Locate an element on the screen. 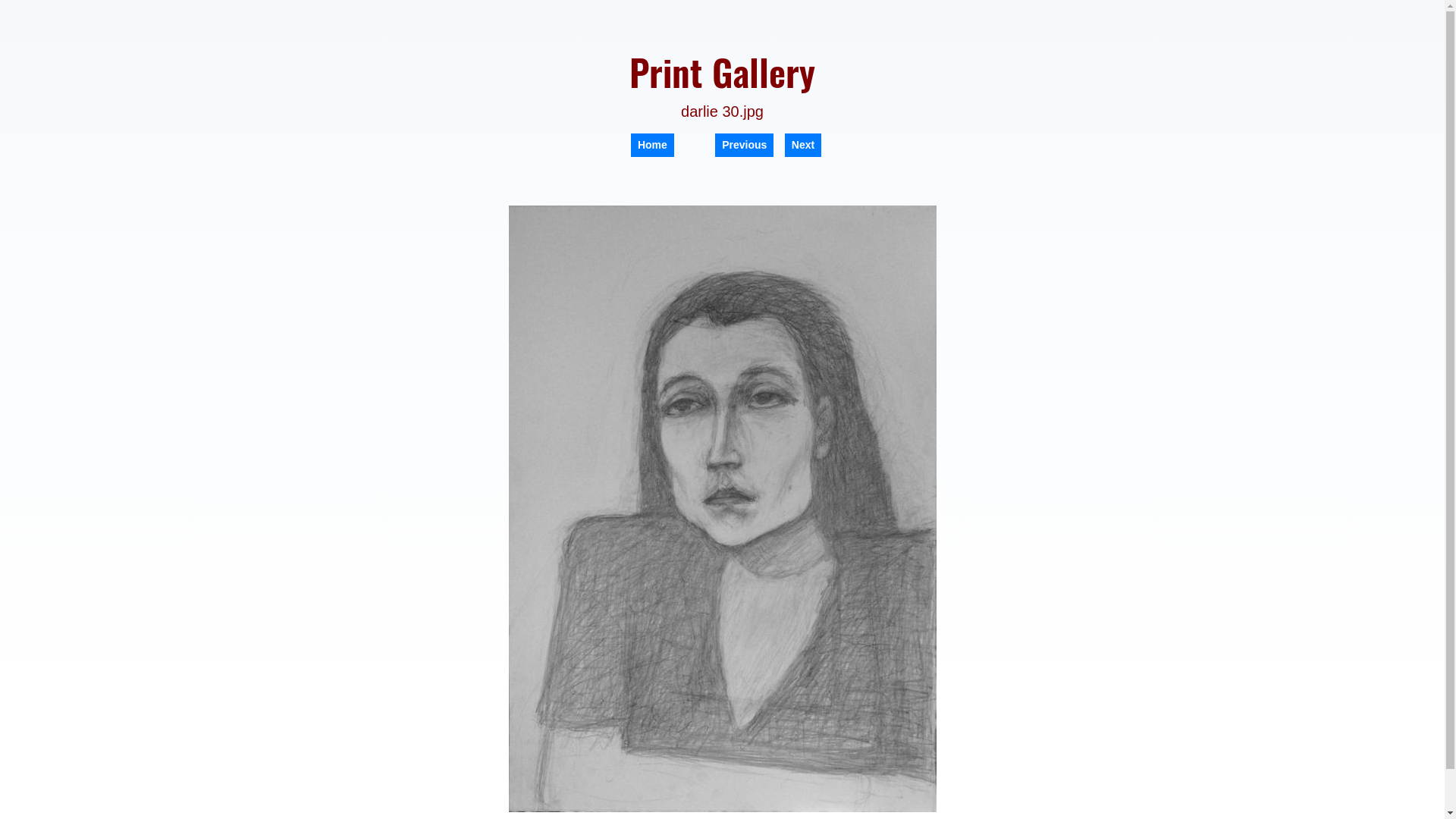 This screenshot has width=1456, height=819. 'Next' is located at coordinates (802, 145).